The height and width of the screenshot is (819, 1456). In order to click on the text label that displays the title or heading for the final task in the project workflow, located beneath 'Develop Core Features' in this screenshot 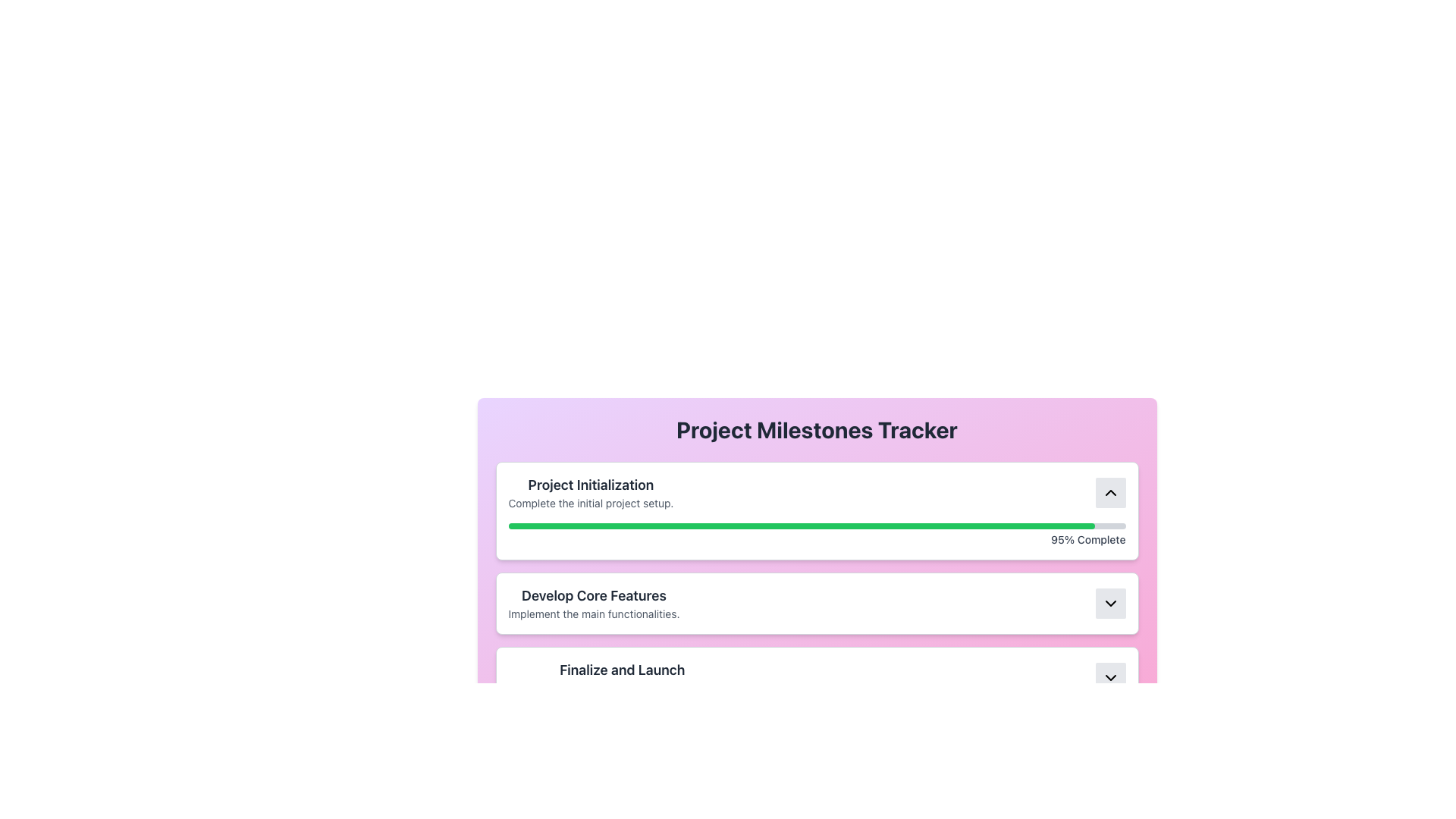, I will do `click(622, 669)`.